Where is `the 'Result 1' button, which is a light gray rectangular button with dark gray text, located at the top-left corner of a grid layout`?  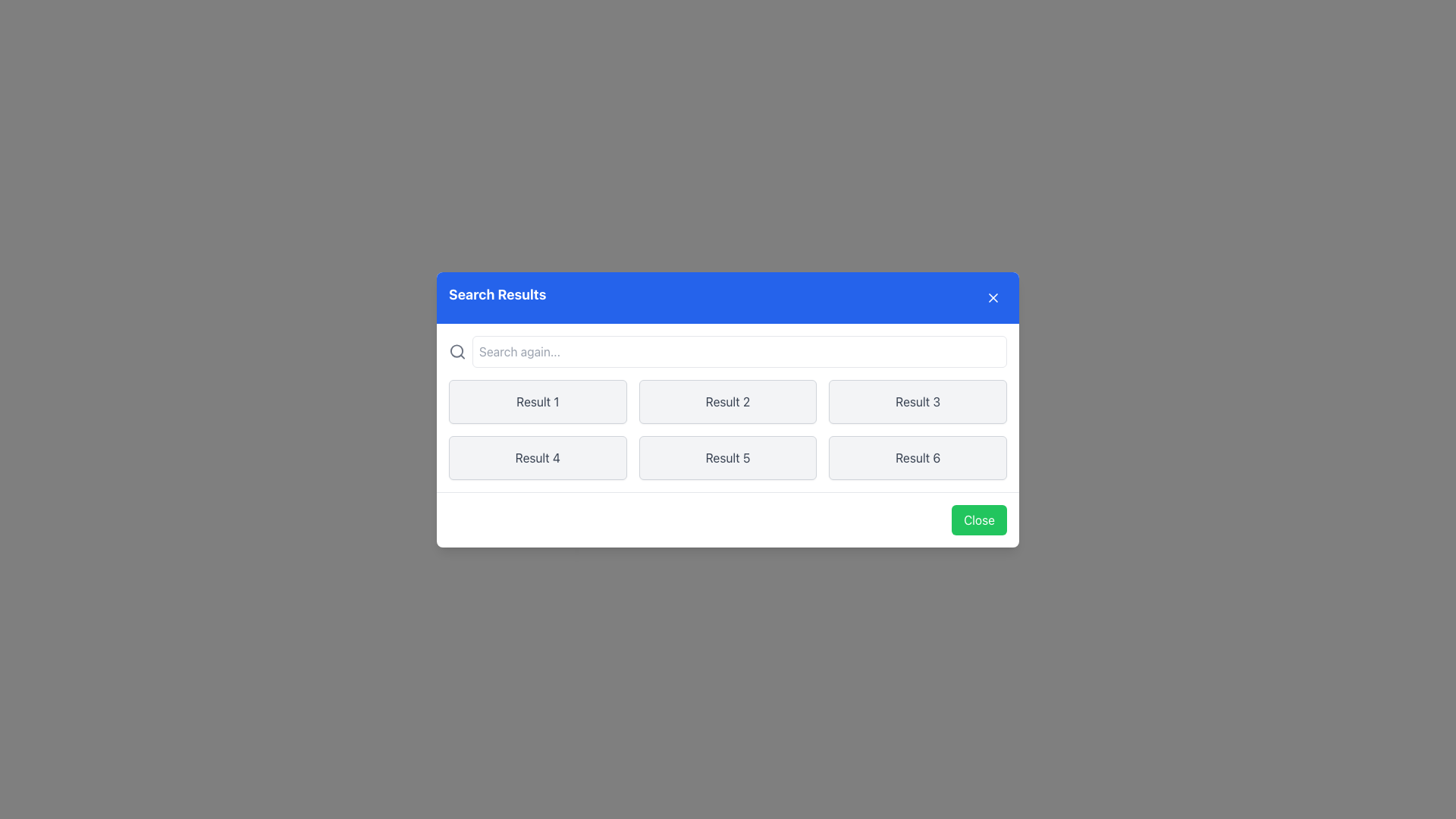
the 'Result 1' button, which is a light gray rectangular button with dark gray text, located at the top-left corner of a grid layout is located at coordinates (538, 400).